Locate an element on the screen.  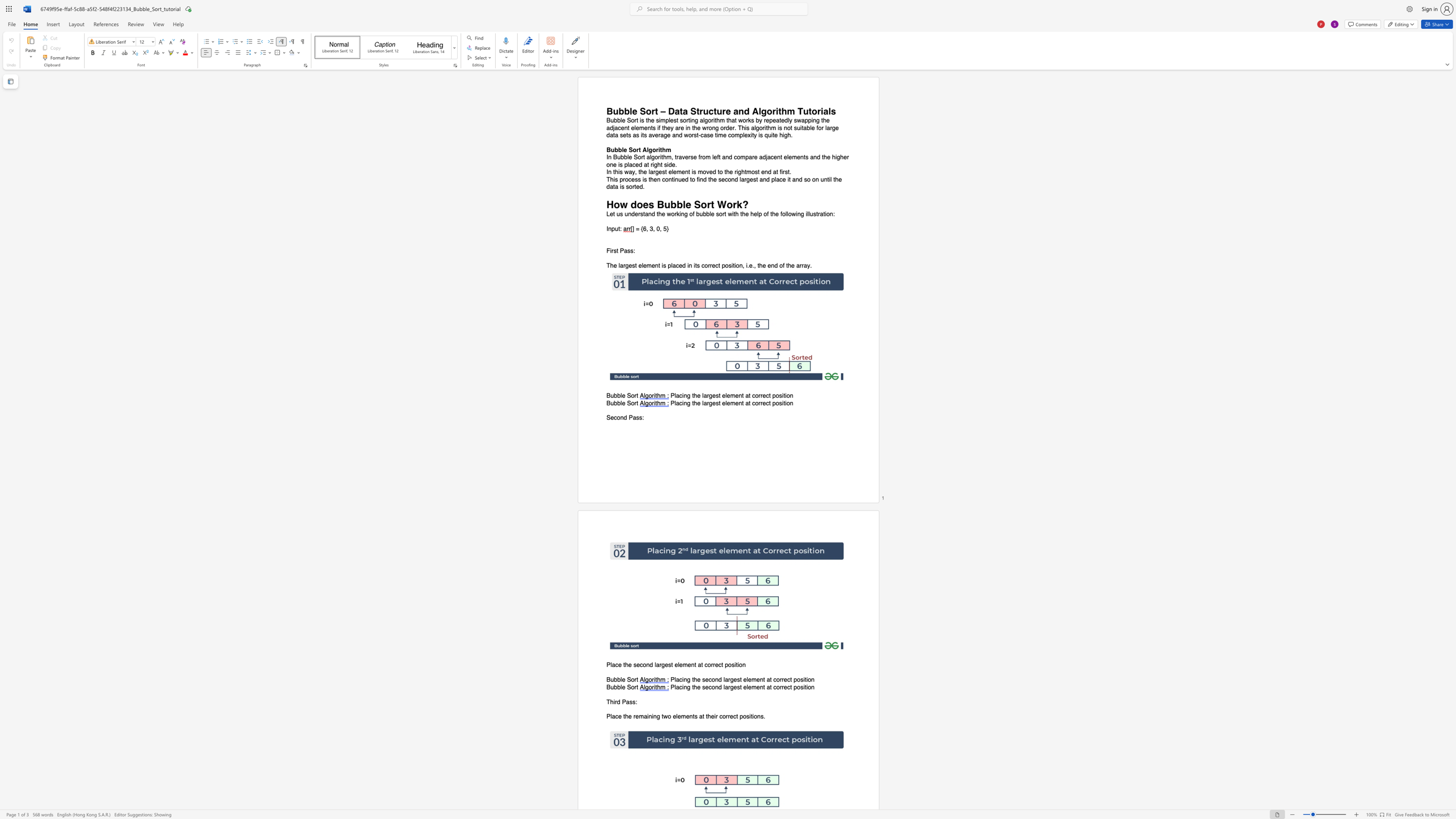
the 5th character "n" in the text is located at coordinates (830, 214).